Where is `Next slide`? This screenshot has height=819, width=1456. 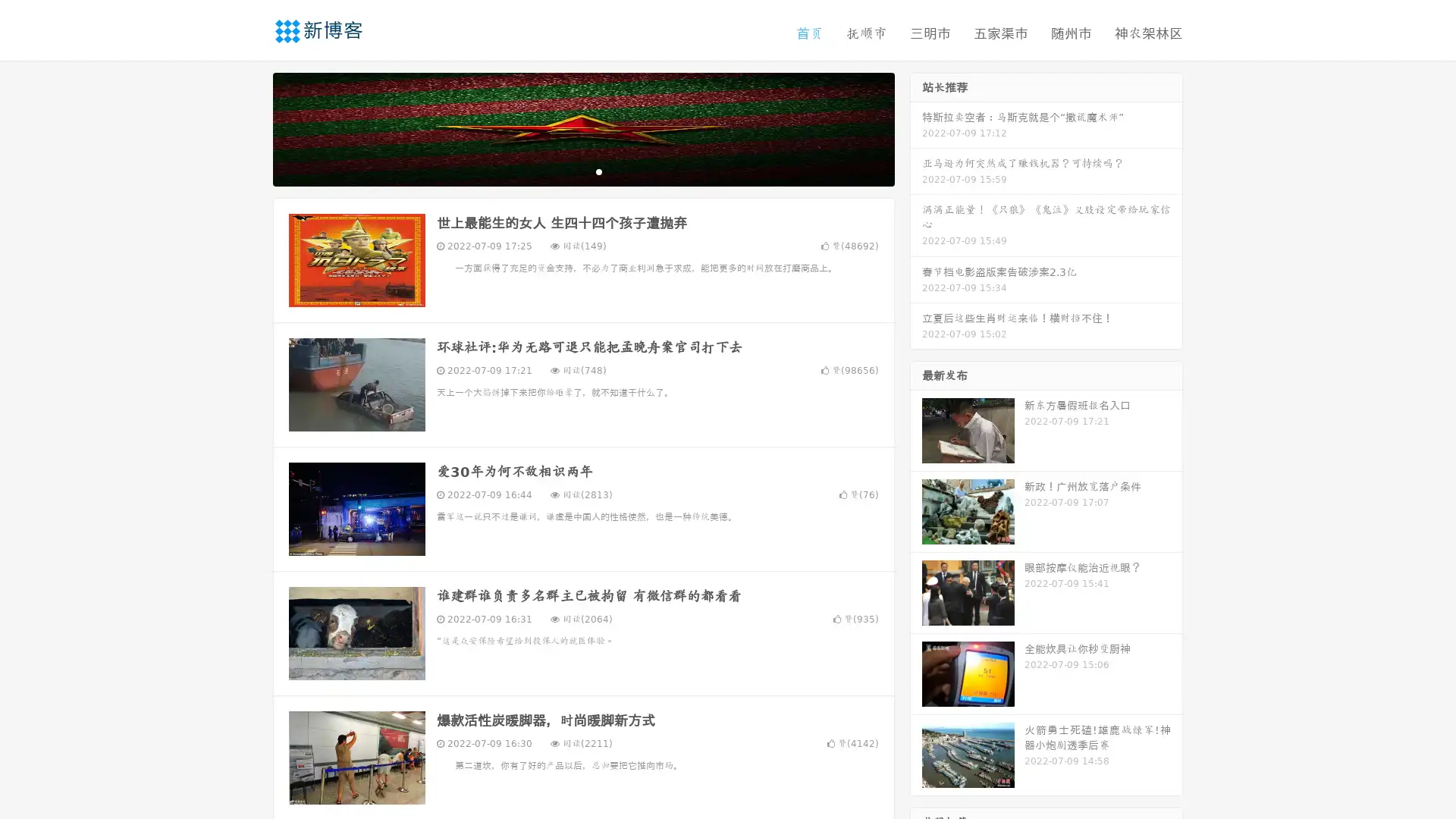 Next slide is located at coordinates (916, 127).